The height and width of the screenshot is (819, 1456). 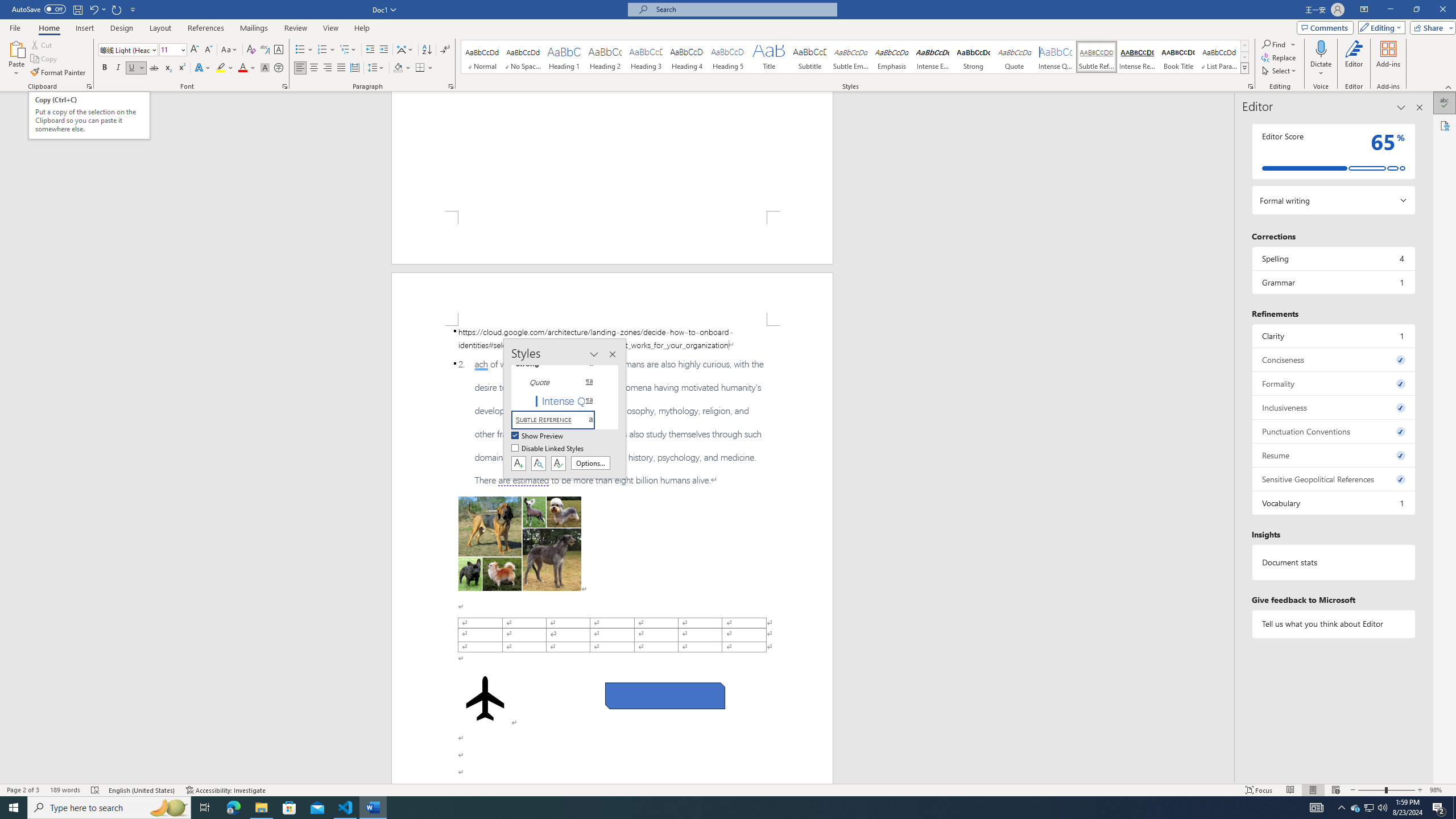 I want to click on 'Rectangle: Diagonal Corners Snipped 2', so click(x=665, y=695).